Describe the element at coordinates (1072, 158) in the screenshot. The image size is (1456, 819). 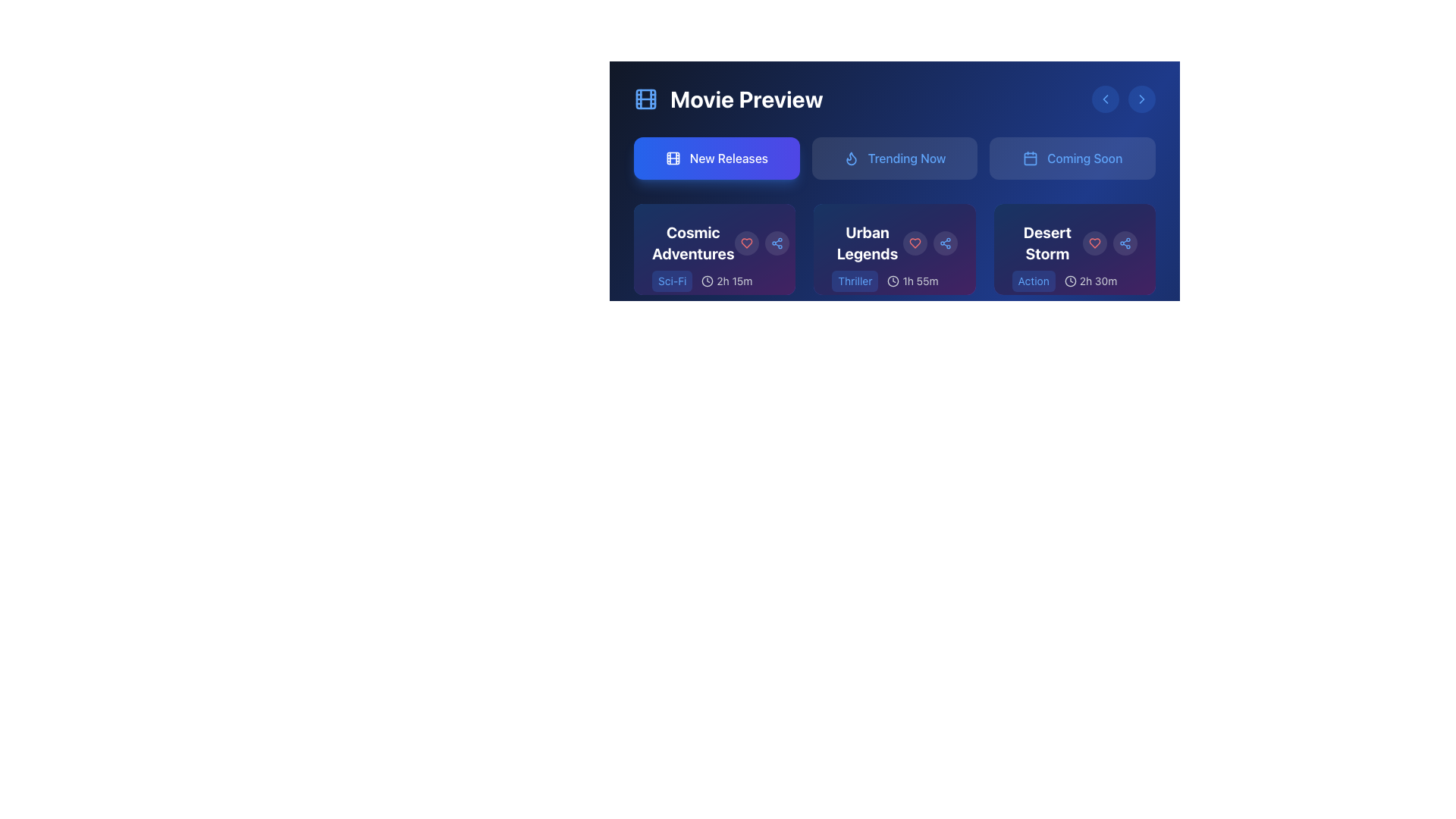
I see `the 'Coming Soon' button, which is a rectangular button with rounded corners, featuring a calendar icon and blue text, located towards the right side of the interface` at that location.